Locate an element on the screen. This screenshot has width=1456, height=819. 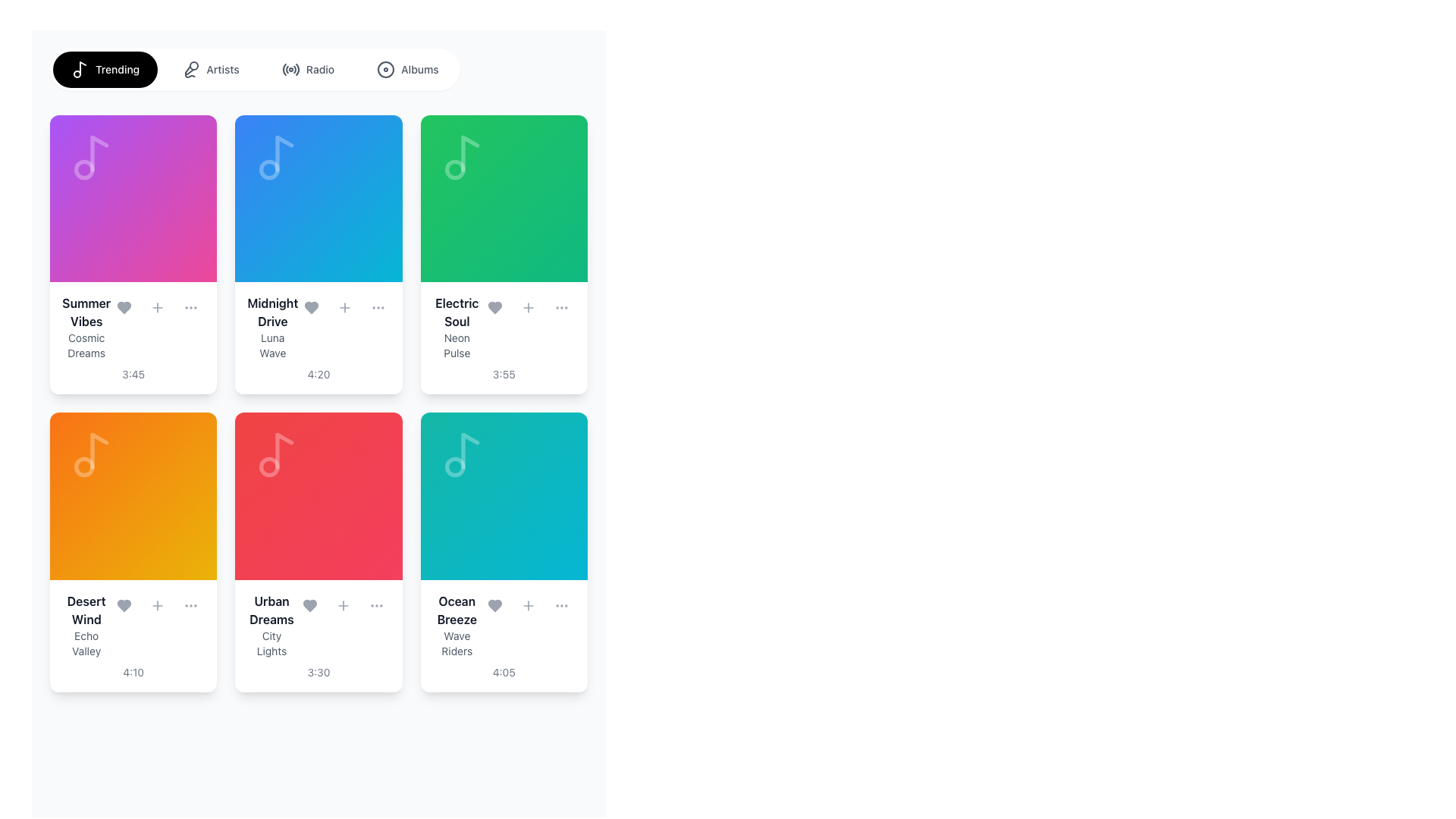
the interactive button that adds the song 'Desert Wind' to favorites, located in the second row and first column of the grid is located at coordinates (158, 604).